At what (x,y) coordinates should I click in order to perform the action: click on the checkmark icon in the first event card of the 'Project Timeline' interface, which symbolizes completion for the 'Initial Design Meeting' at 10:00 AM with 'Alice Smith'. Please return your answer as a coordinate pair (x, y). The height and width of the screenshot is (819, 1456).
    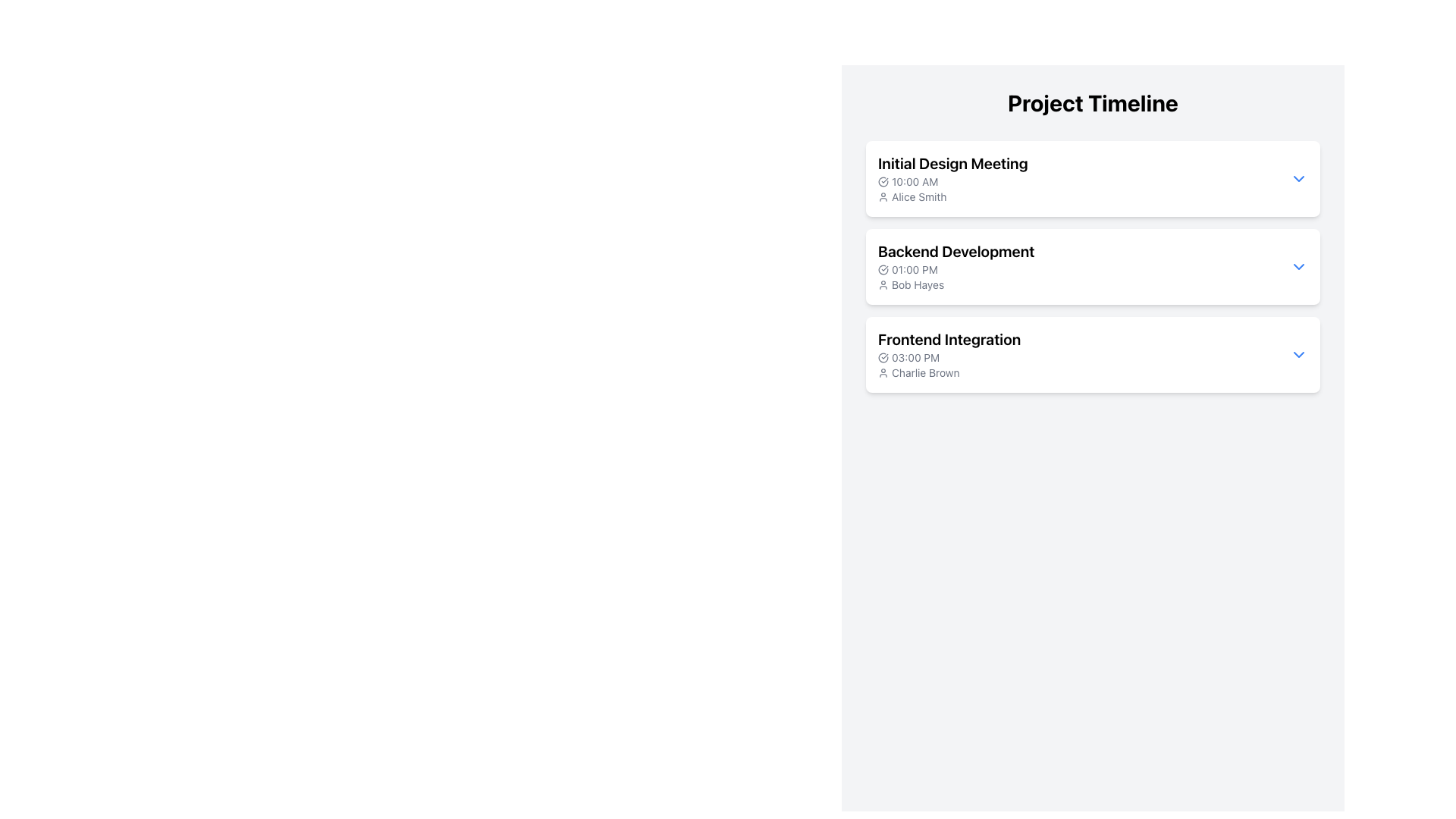
    Looking at the image, I should click on (883, 180).